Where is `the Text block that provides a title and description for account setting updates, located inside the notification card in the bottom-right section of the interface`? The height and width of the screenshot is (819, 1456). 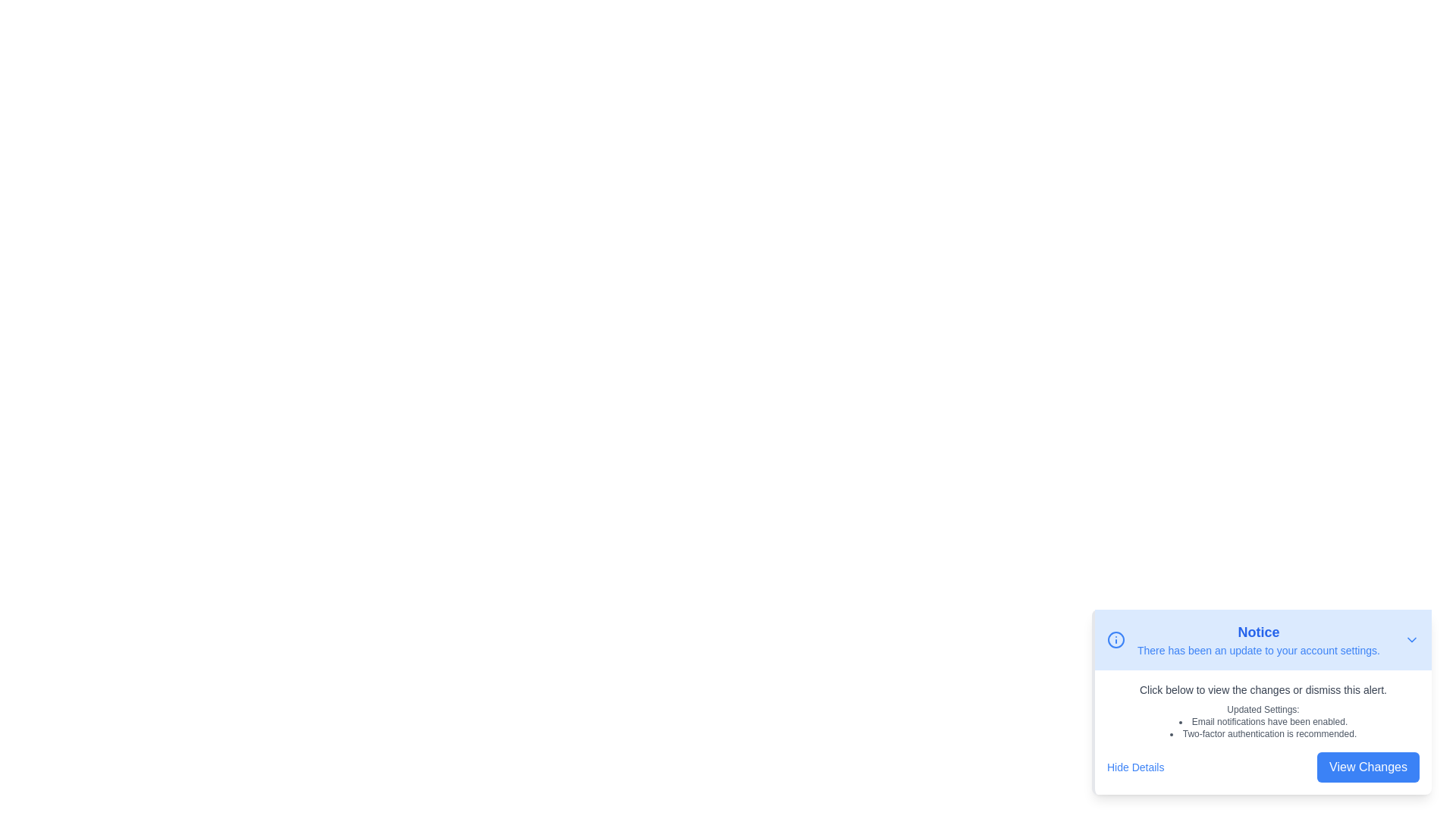 the Text block that provides a title and description for account setting updates, located inside the notification card in the bottom-right section of the interface is located at coordinates (1259, 640).